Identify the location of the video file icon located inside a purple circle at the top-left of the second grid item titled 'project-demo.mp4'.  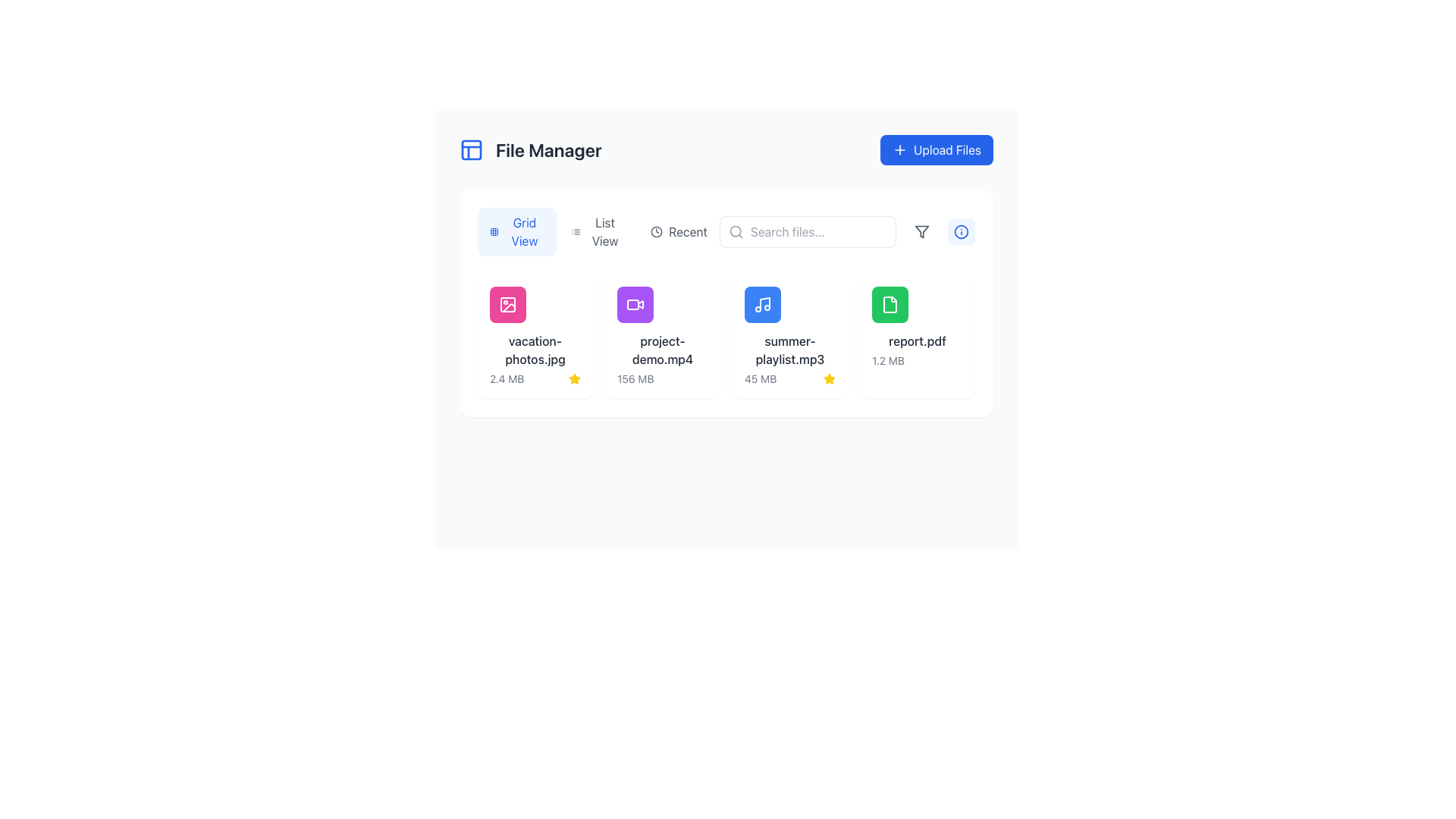
(635, 304).